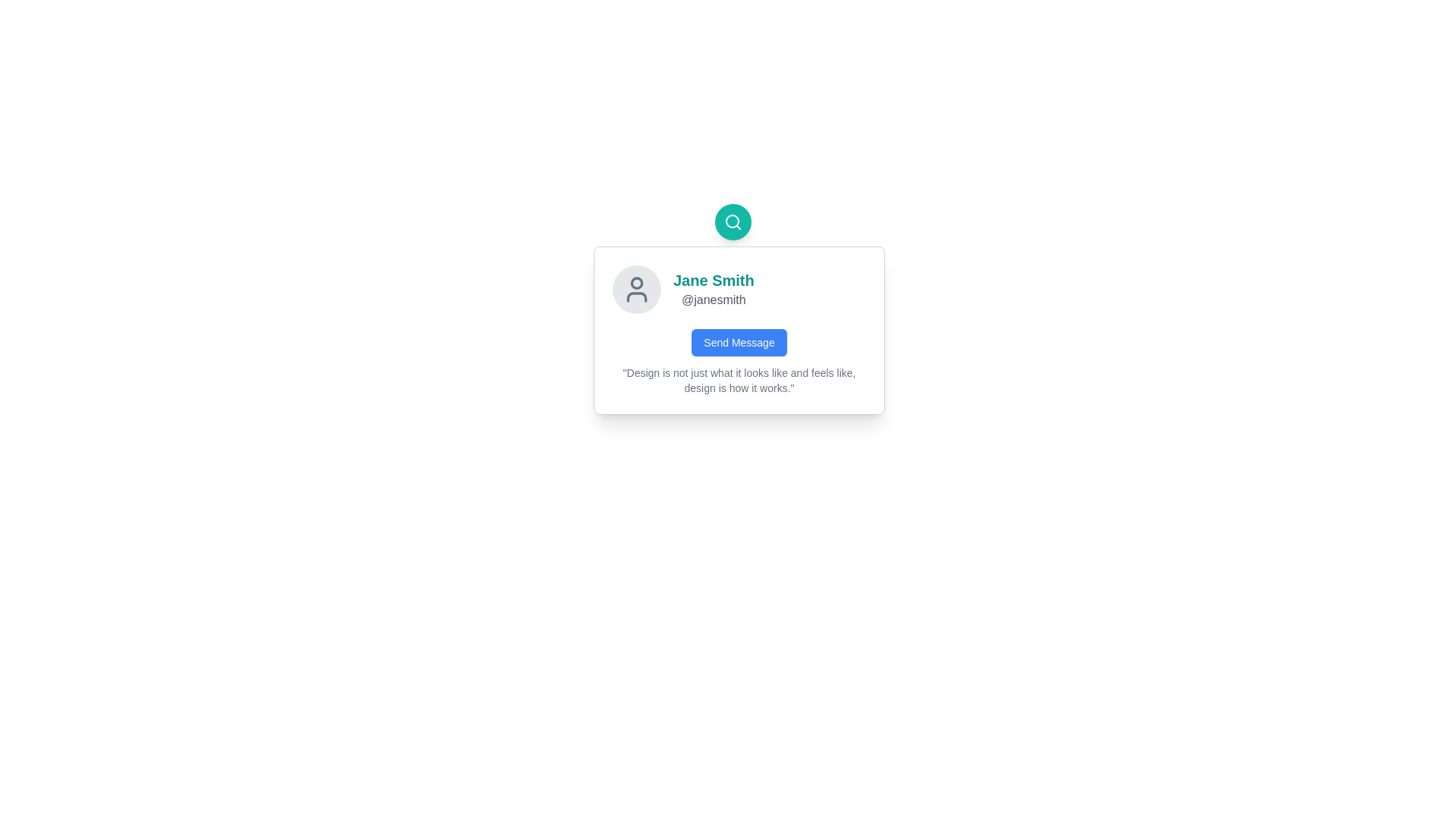 This screenshot has height=819, width=1456. What do you see at coordinates (739, 342) in the screenshot?
I see `the 'Send Message' button located centrally within the card for user 'Jane Smith', positioned below the user's name and above the quote text` at bounding box center [739, 342].